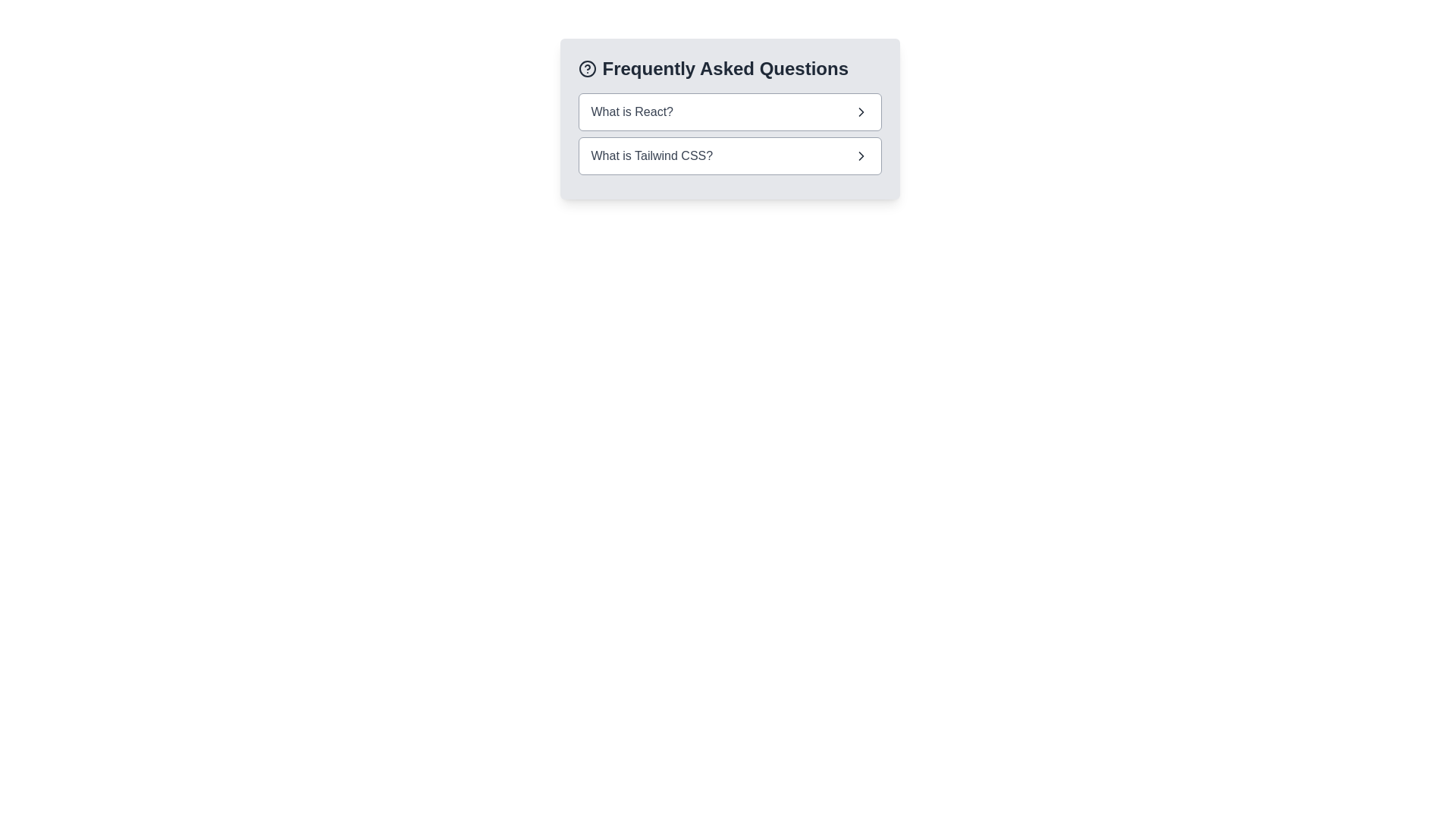 Image resolution: width=1456 pixels, height=819 pixels. Describe the element at coordinates (730, 155) in the screenshot. I see `the second clickable FAQ item about 'Tailwind CSS'` at that location.